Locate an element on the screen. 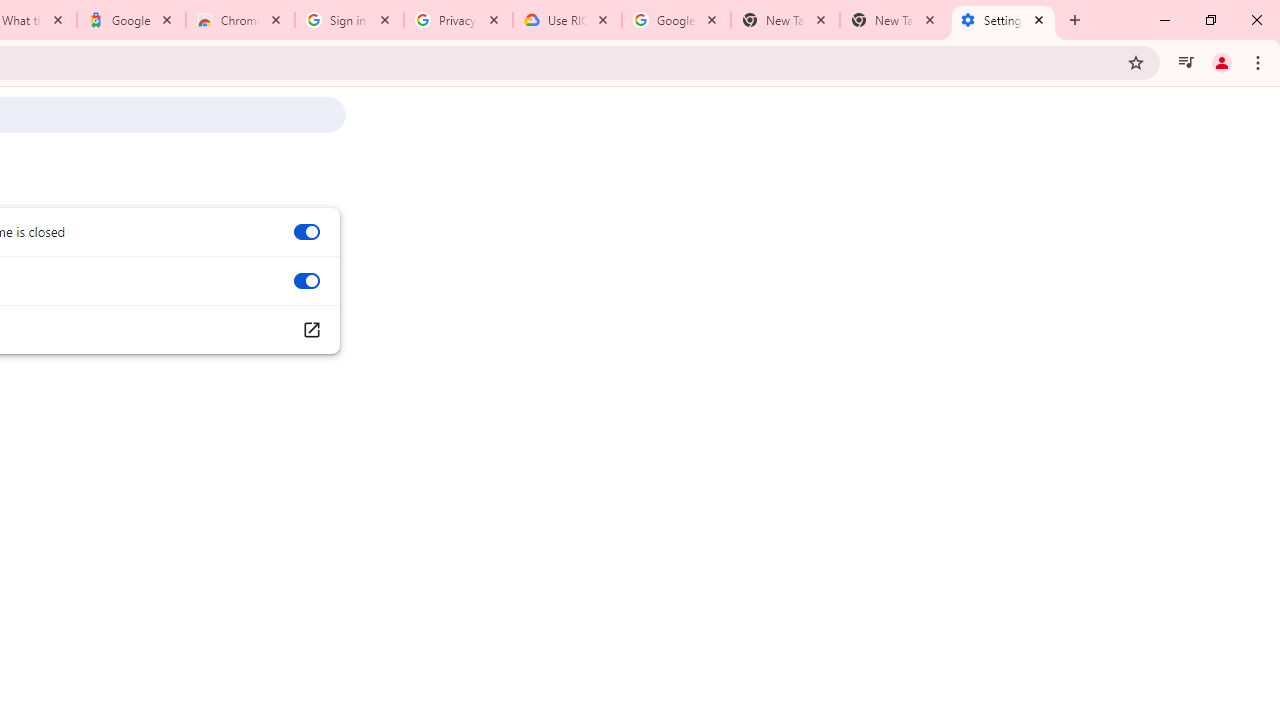  'New Tab' is located at coordinates (893, 20).